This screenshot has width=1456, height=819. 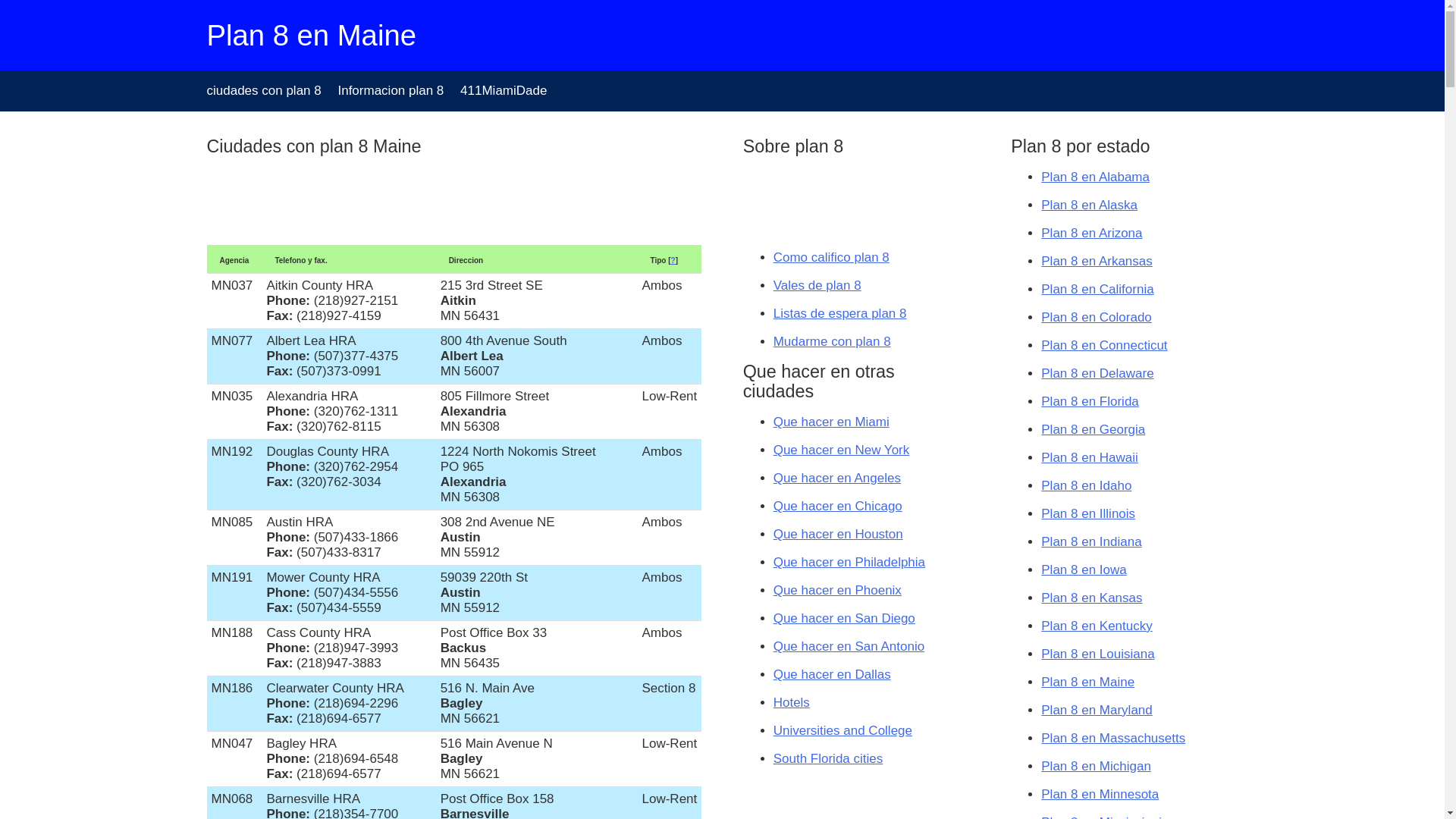 What do you see at coordinates (503, 90) in the screenshot?
I see `'411MiamiDade'` at bounding box center [503, 90].